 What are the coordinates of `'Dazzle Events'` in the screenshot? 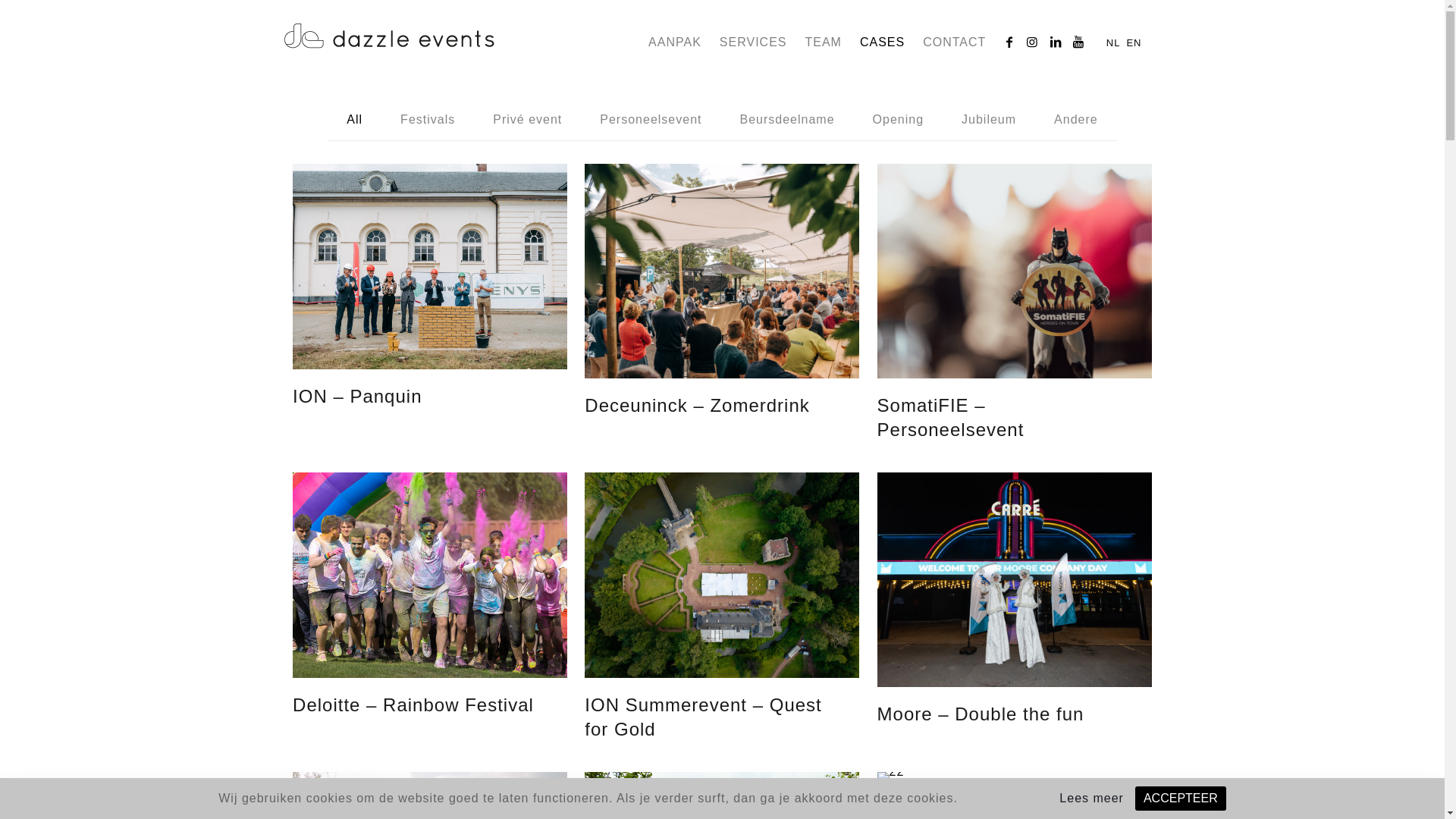 It's located at (388, 33).